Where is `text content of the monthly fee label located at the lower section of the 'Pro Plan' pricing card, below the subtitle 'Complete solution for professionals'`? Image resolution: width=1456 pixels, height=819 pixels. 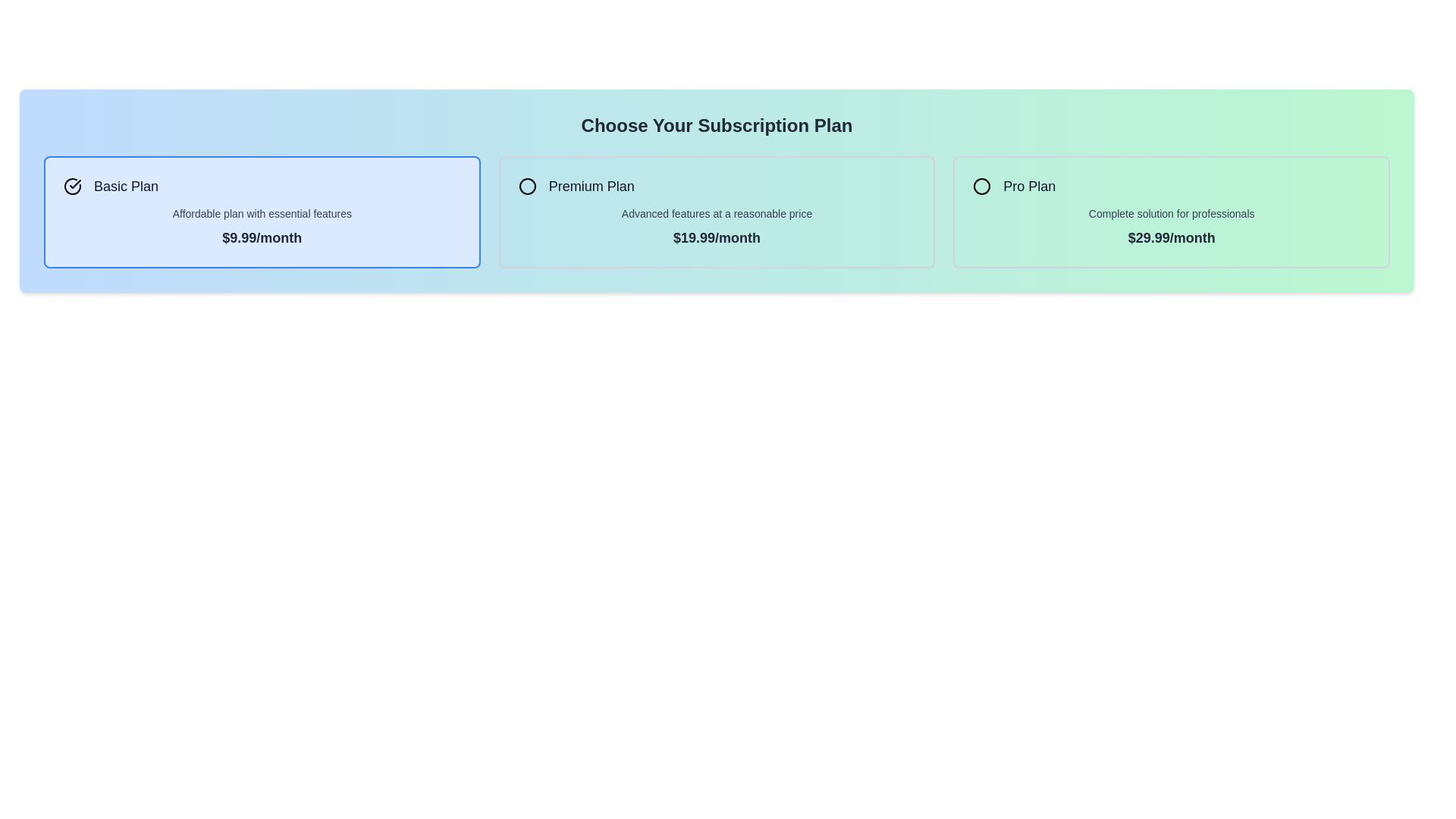
text content of the monthly fee label located at the lower section of the 'Pro Plan' pricing card, below the subtitle 'Complete solution for professionals' is located at coordinates (1171, 237).